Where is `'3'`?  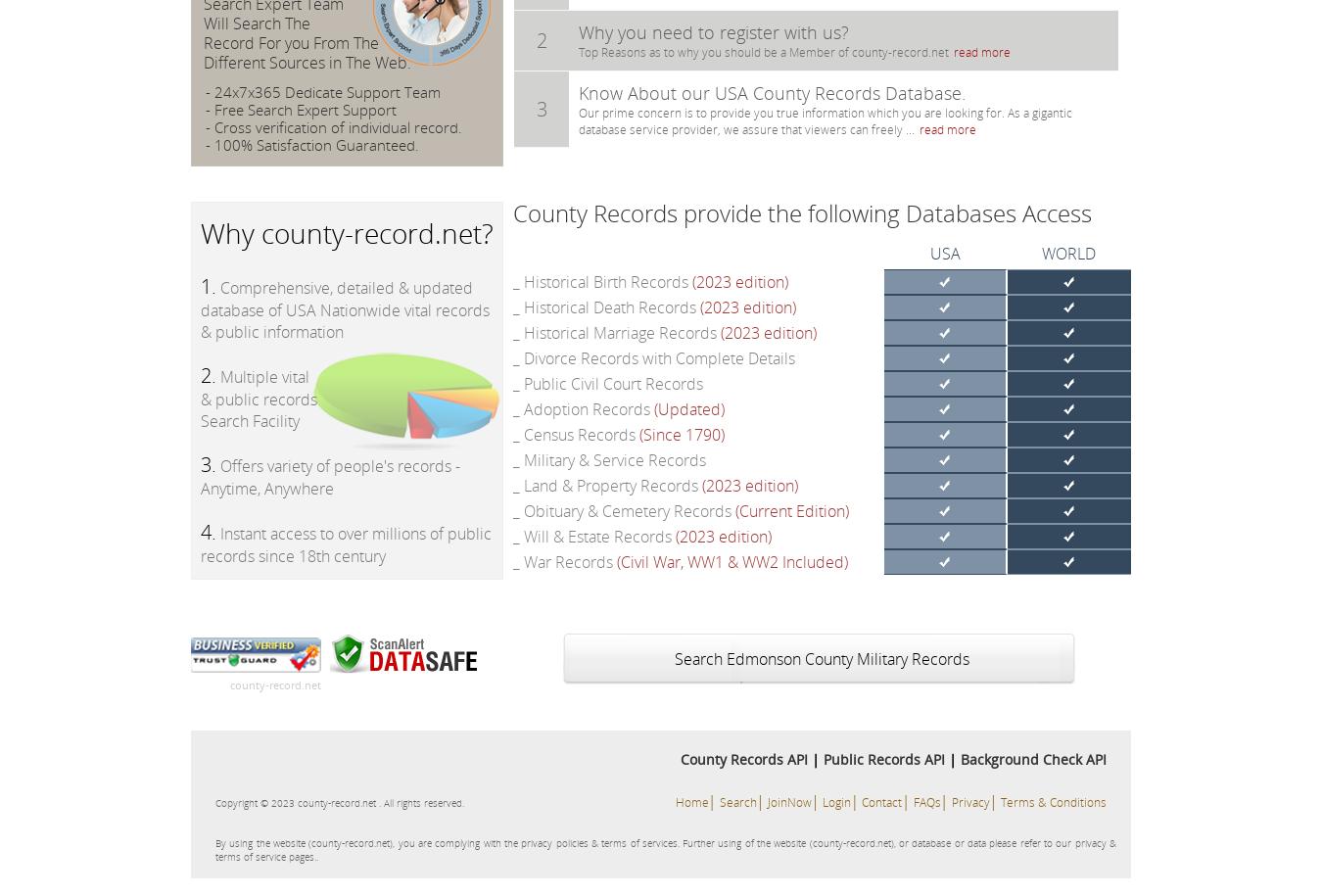
'3' is located at coordinates (540, 109).